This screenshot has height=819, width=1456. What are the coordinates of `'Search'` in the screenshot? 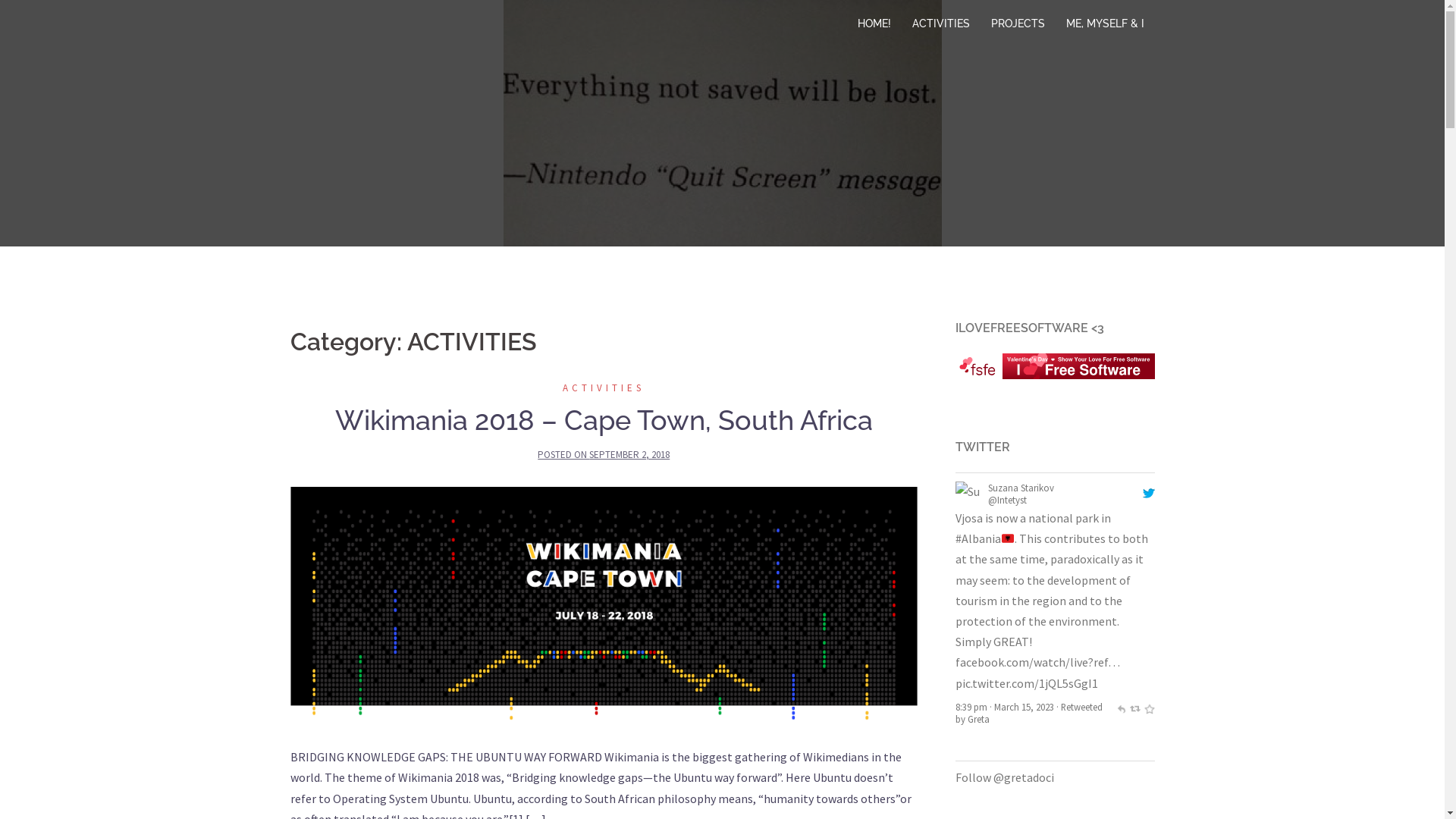 It's located at (46, 18).